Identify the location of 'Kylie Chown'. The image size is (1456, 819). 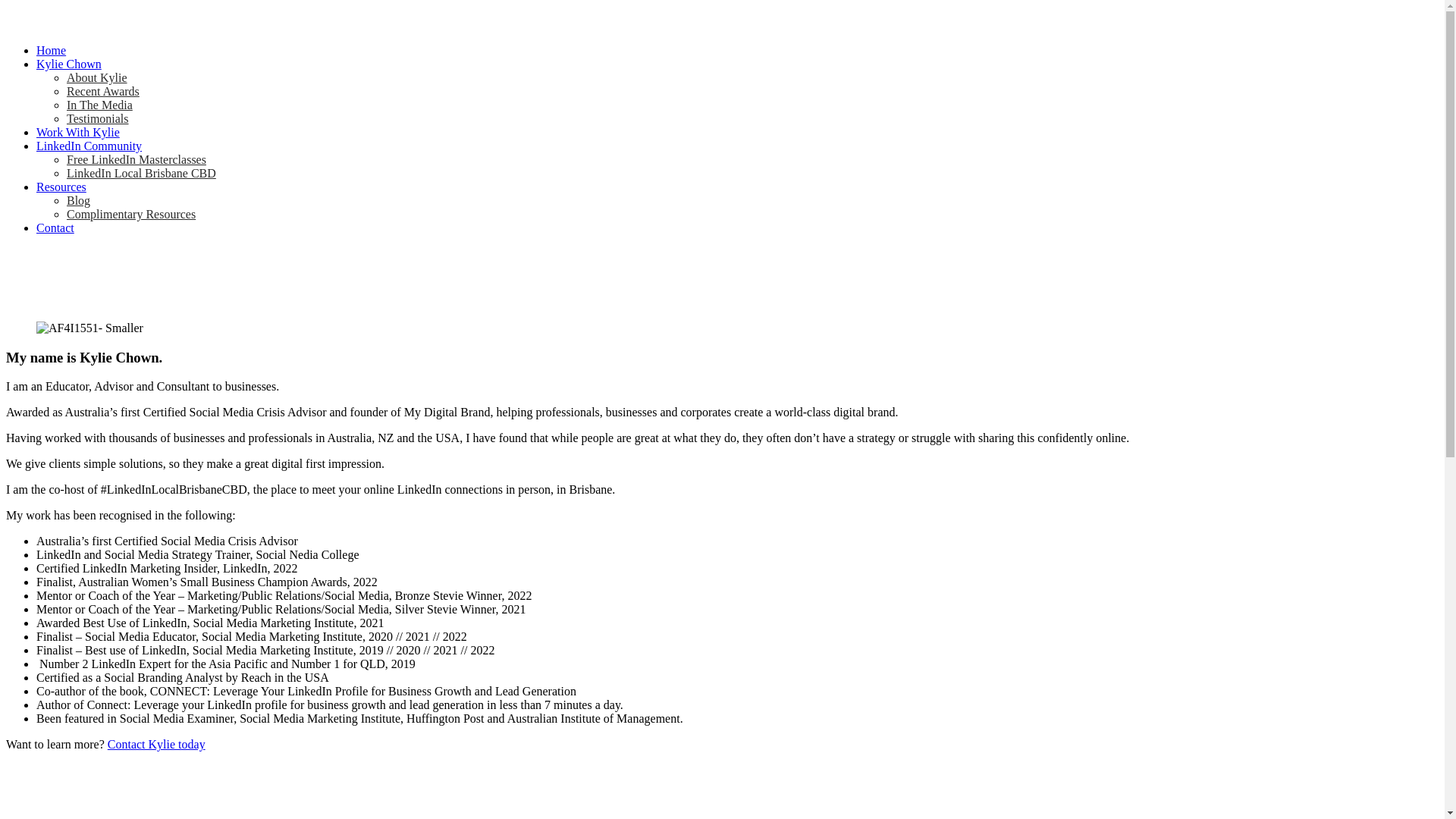
(68, 63).